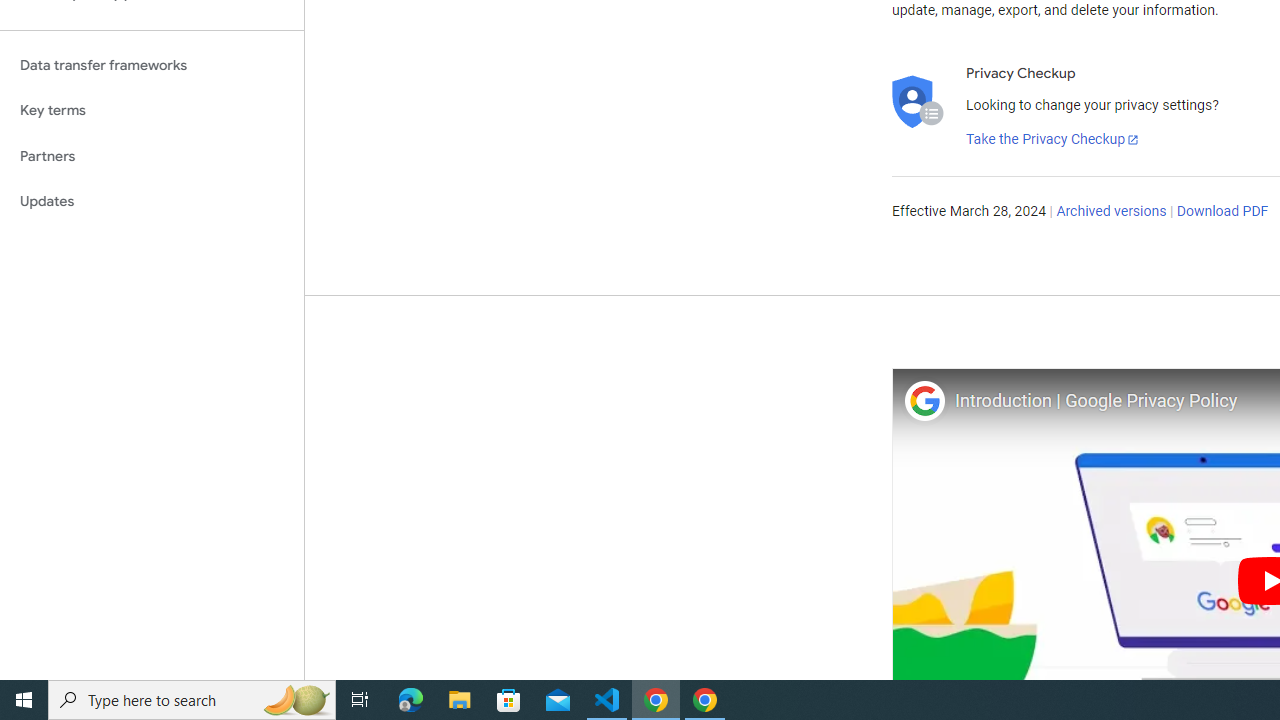 The height and width of the screenshot is (720, 1280). What do you see at coordinates (151, 155) in the screenshot?
I see `'Partners'` at bounding box center [151, 155].